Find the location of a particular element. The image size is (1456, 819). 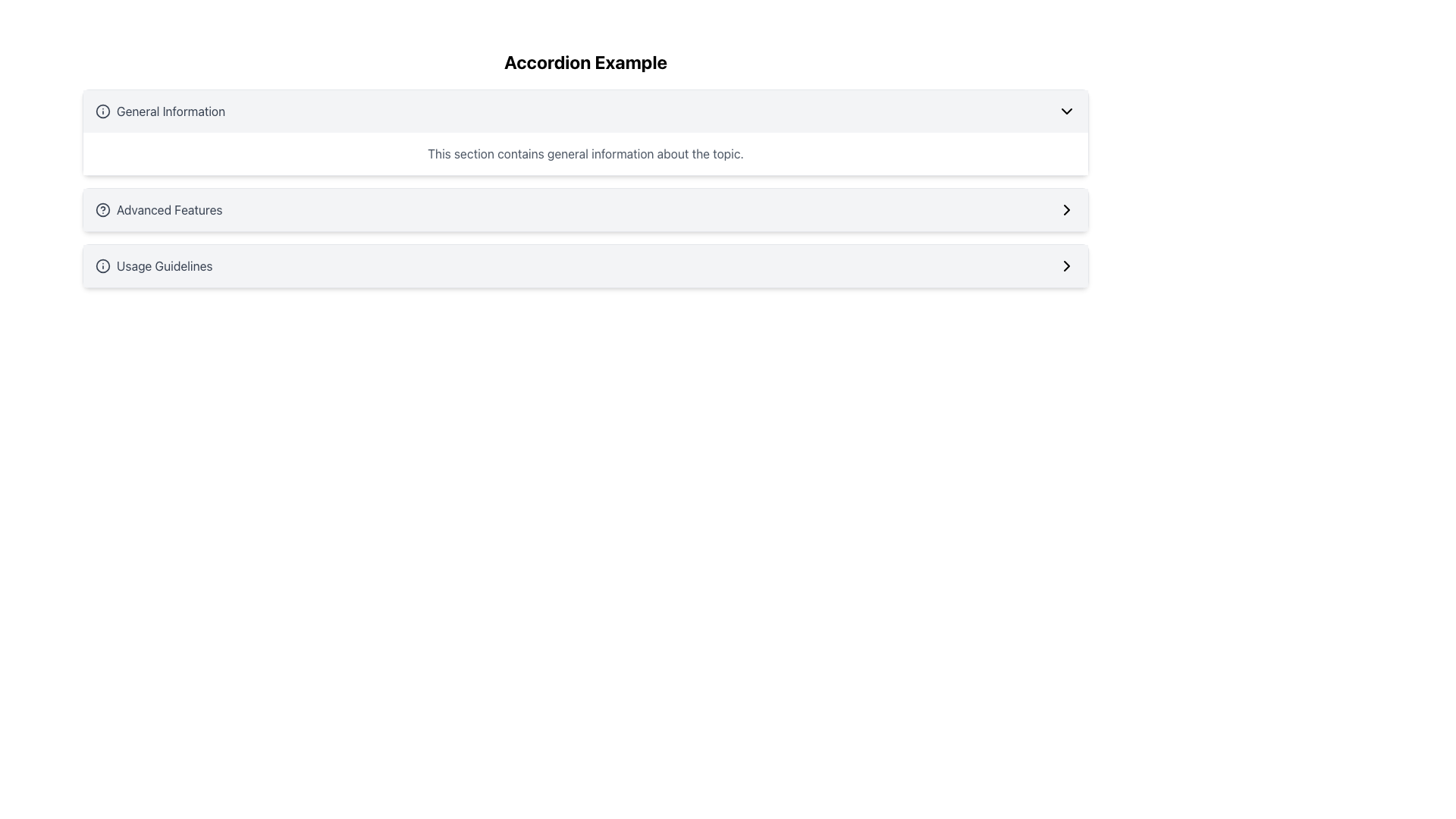

the rightward-pointing chevron icon in the 'Advanced Features' section is located at coordinates (1065, 210).